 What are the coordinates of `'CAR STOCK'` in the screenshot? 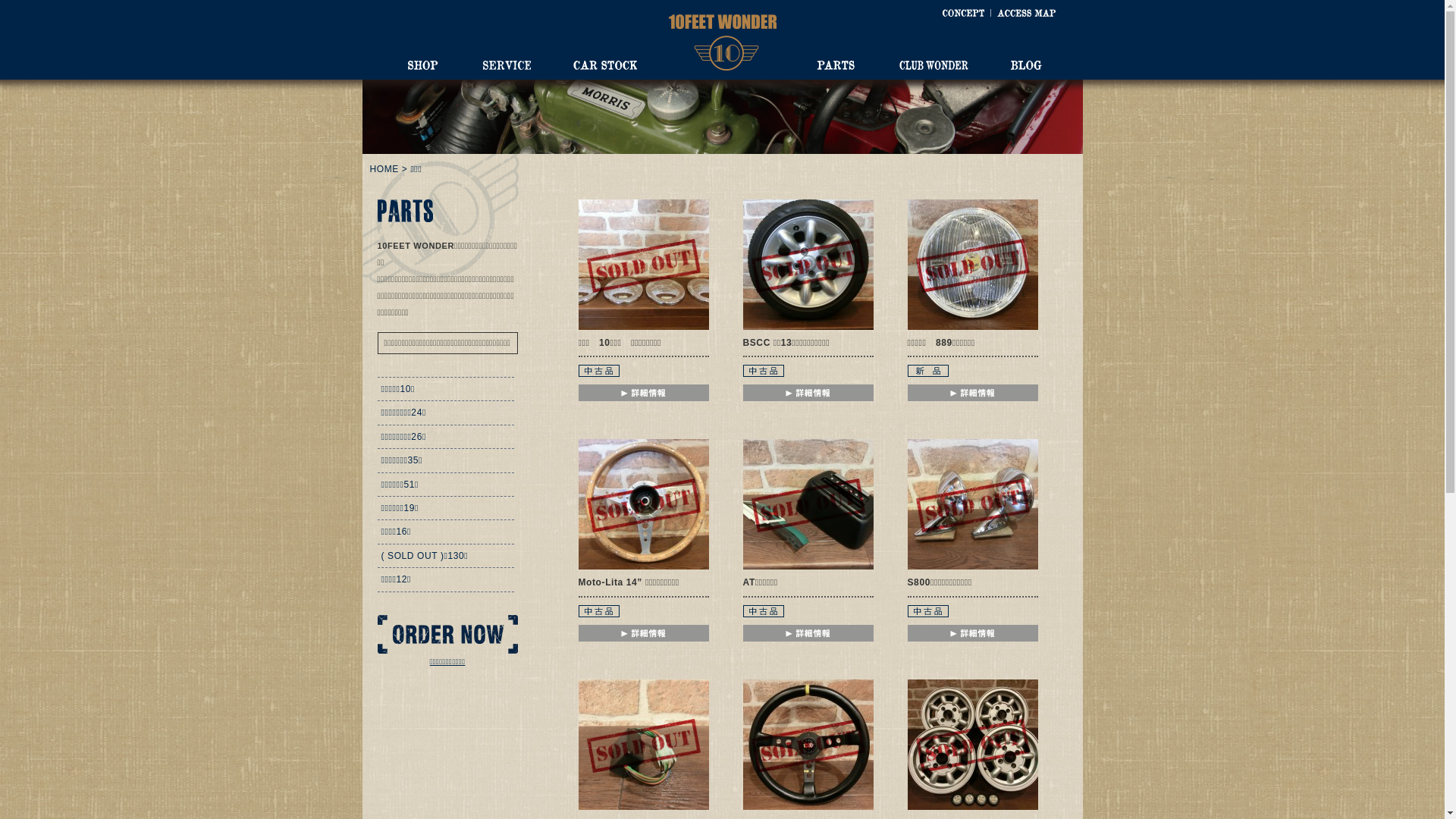 It's located at (604, 64).